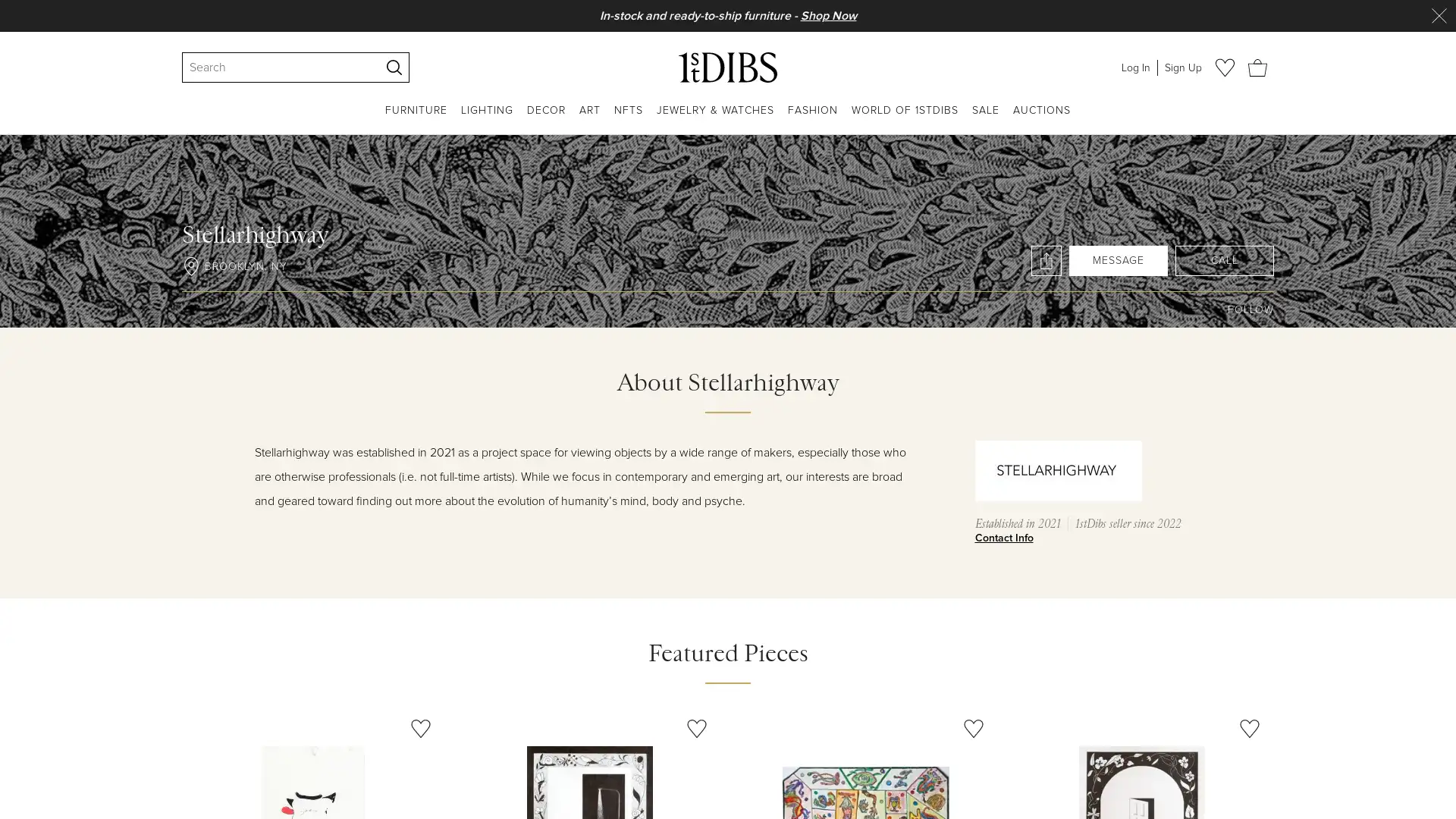 This screenshot has width=1456, height=819. What do you see at coordinates (1118, 259) in the screenshot?
I see `MESSAGE` at bounding box center [1118, 259].